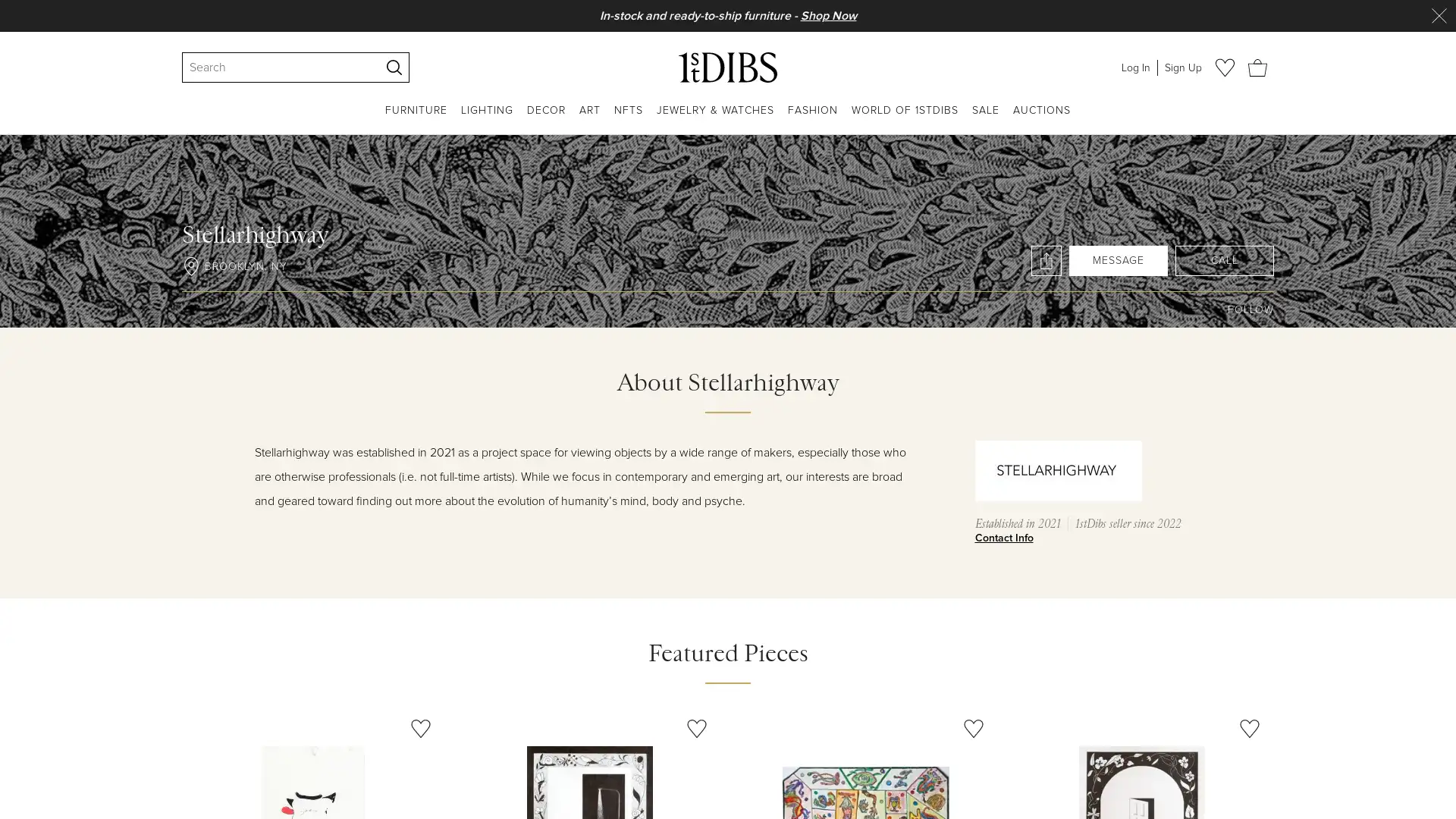 This screenshot has width=1456, height=819. What do you see at coordinates (1118, 259) in the screenshot?
I see `MESSAGE` at bounding box center [1118, 259].